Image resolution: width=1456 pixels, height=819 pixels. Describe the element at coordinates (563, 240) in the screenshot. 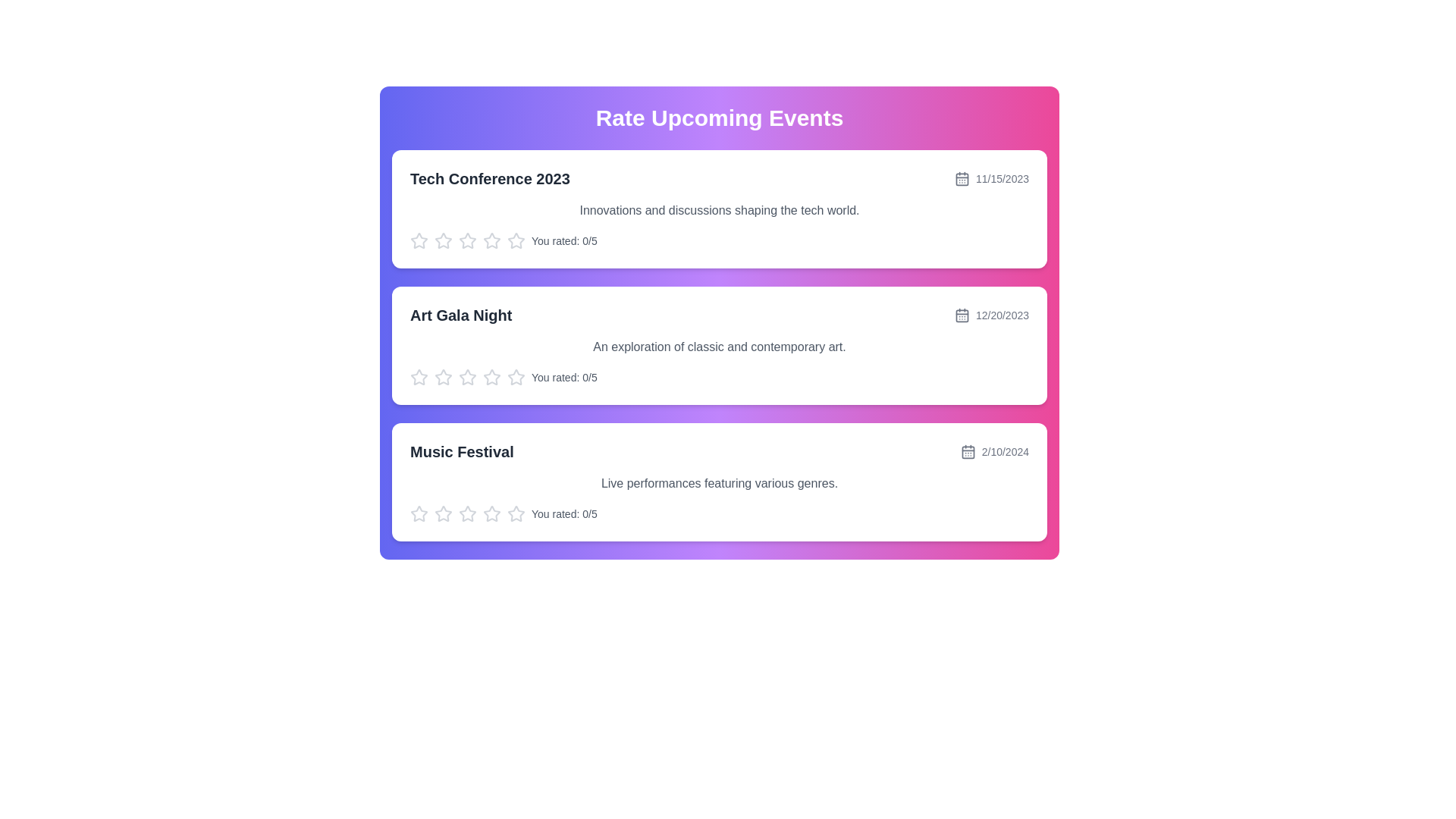

I see `the text label displaying 'You rated: 0/5' located in the first listing card under 'Tech Conference 2023', positioned to the right of five star icons` at that location.